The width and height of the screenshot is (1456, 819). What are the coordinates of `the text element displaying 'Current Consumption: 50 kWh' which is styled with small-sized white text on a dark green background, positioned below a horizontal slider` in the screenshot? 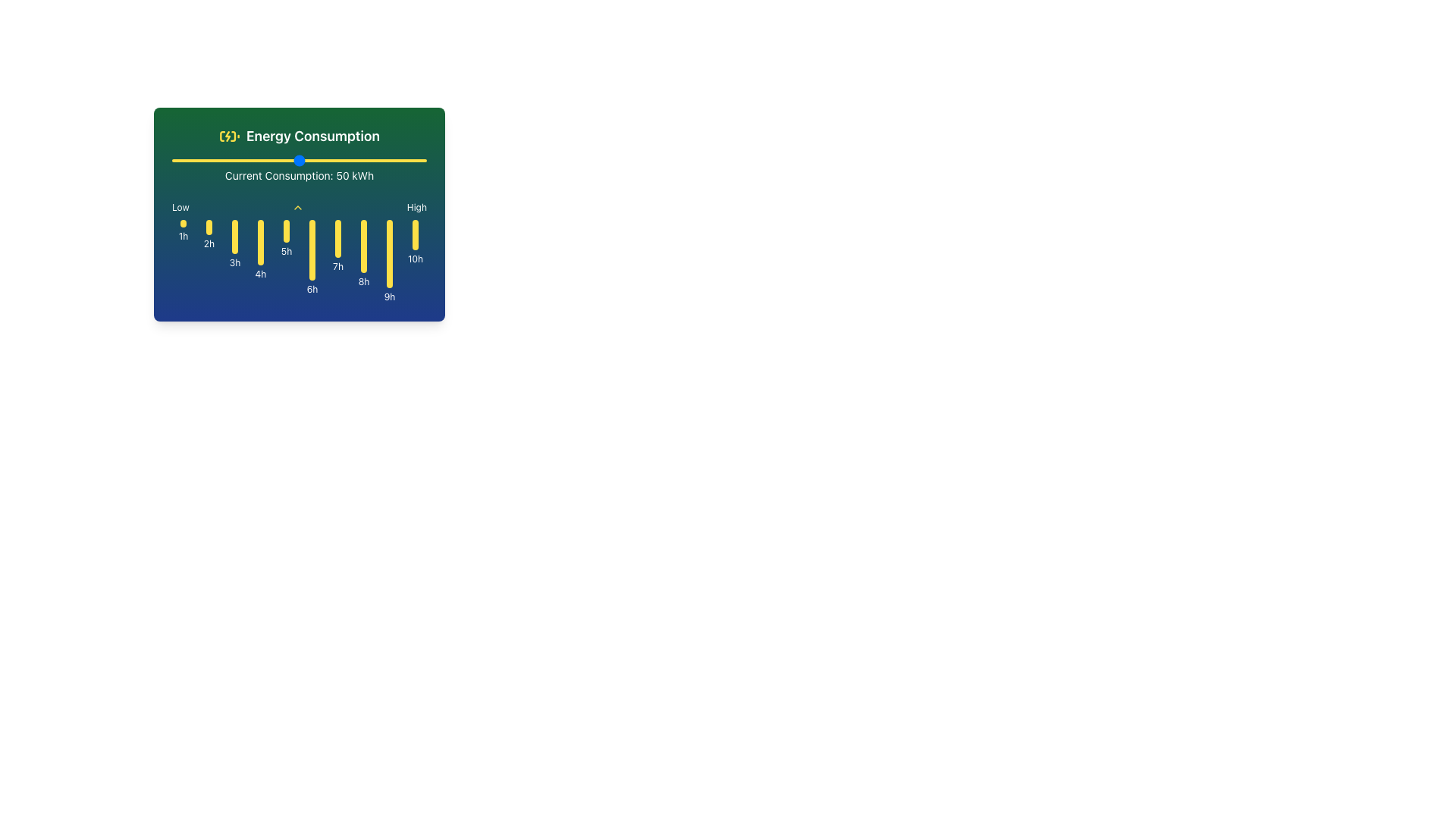 It's located at (299, 174).